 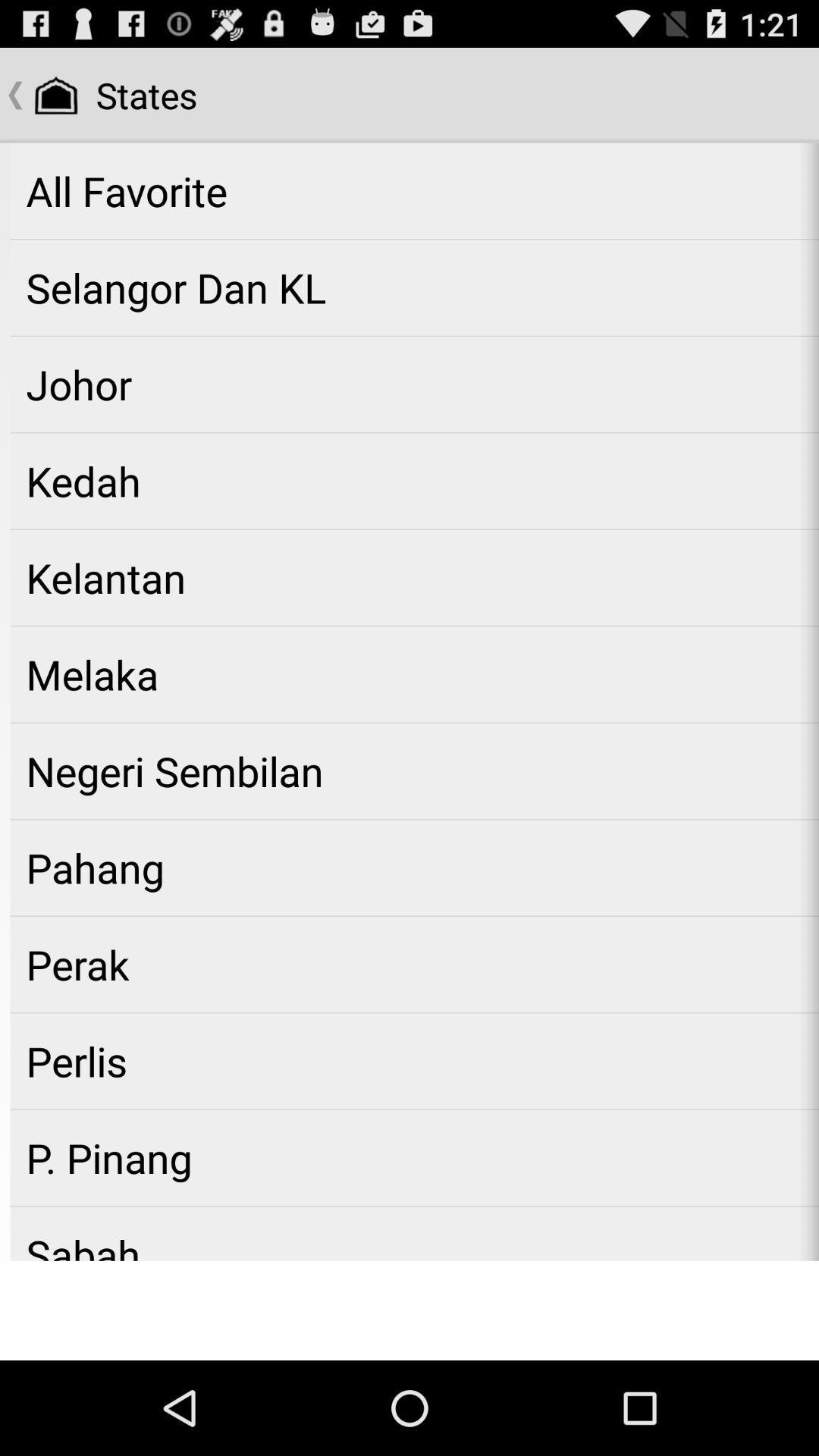 I want to click on all favorite app, so click(x=414, y=190).